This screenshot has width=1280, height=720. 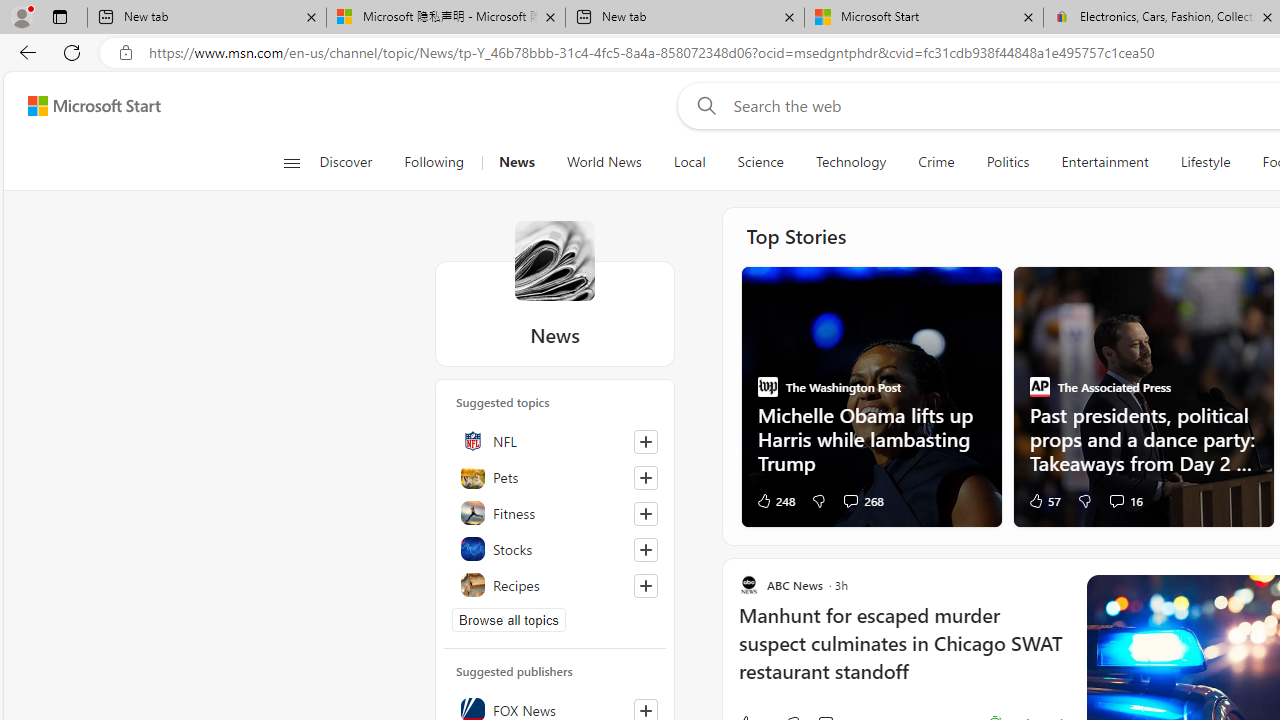 What do you see at coordinates (1008, 162) in the screenshot?
I see `'Politics'` at bounding box center [1008, 162].